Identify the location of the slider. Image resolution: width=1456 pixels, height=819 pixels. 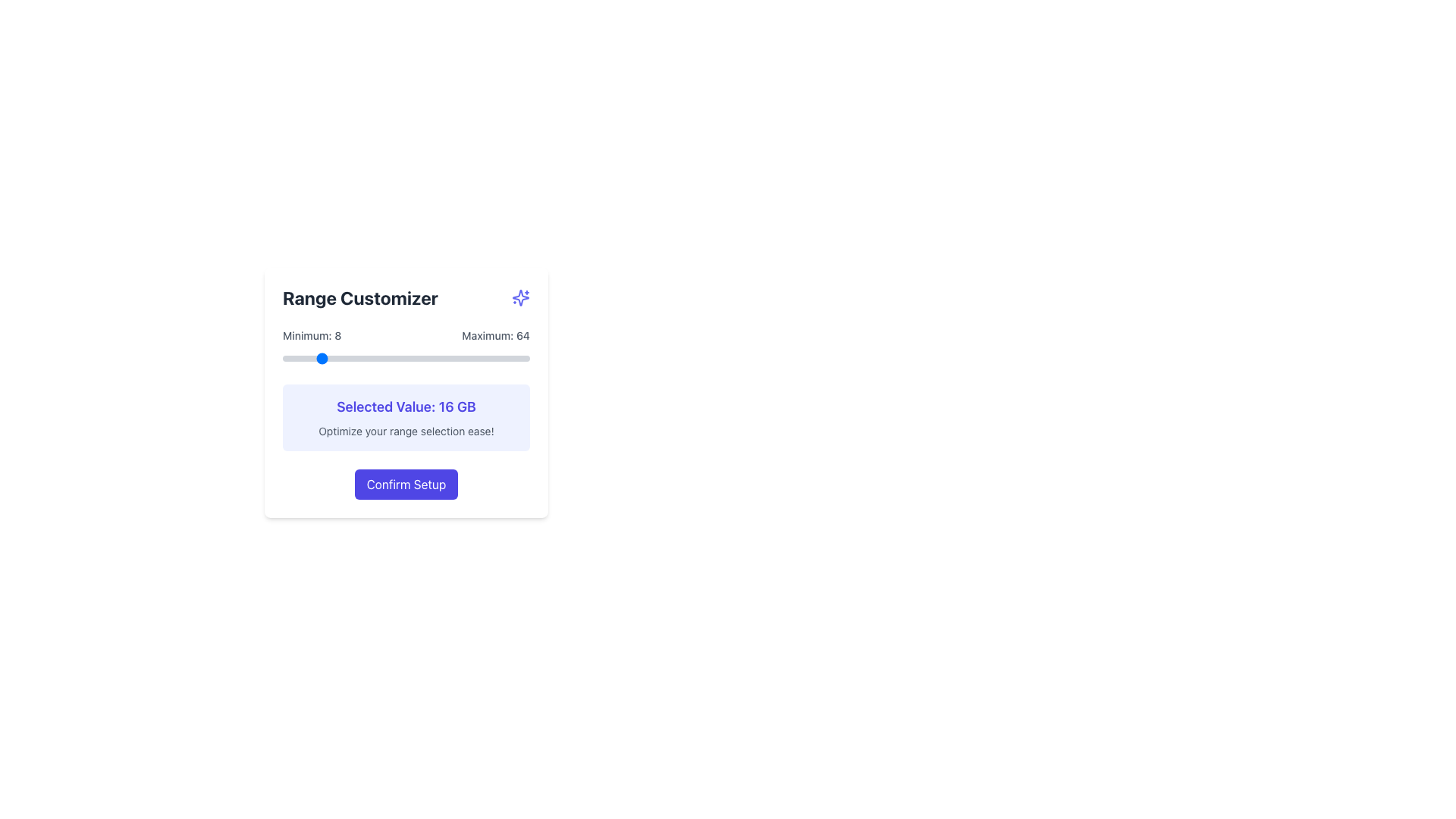
(494, 359).